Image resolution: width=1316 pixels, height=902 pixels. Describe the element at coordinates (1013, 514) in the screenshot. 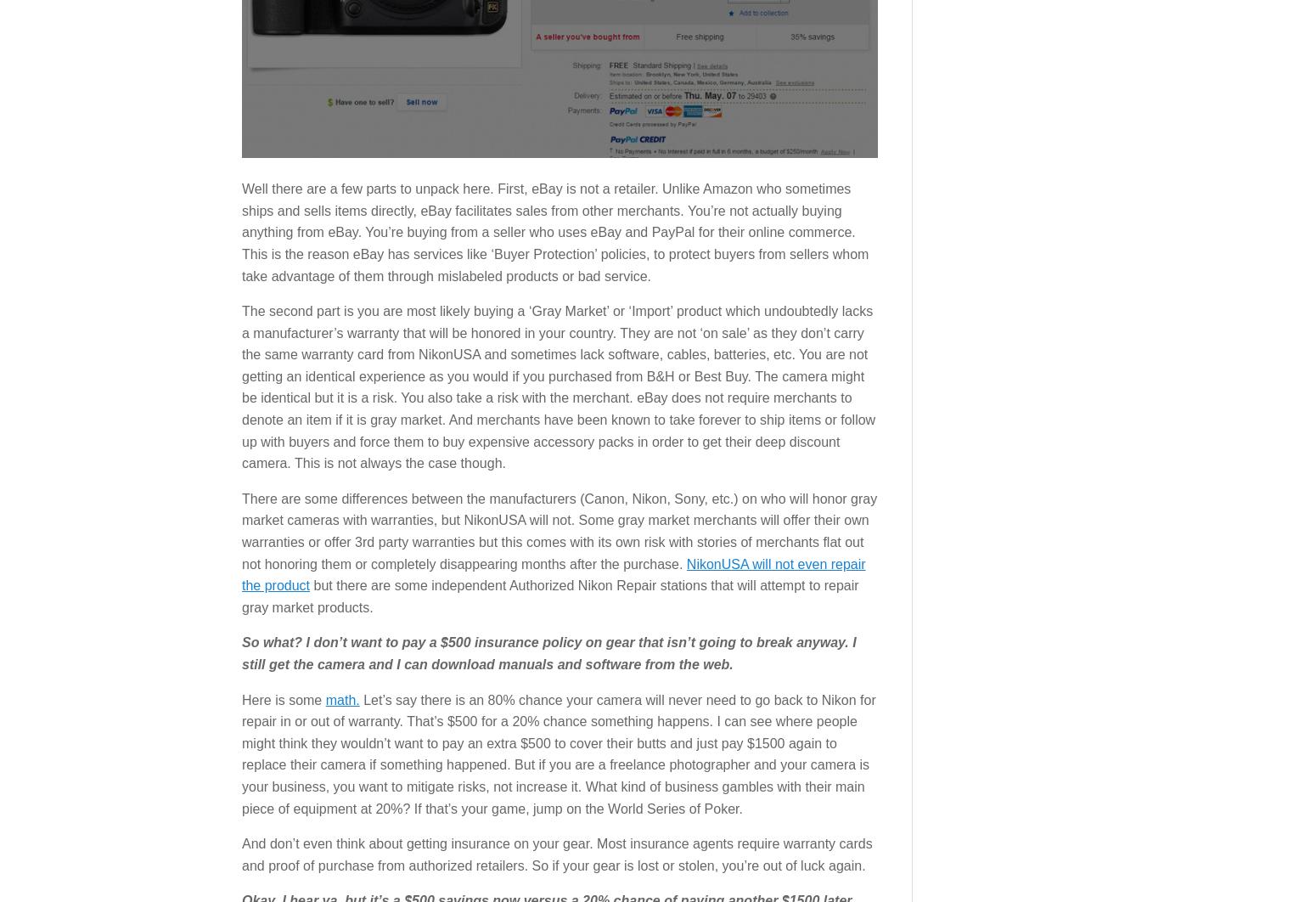

I see `'Privacy Policy'` at that location.